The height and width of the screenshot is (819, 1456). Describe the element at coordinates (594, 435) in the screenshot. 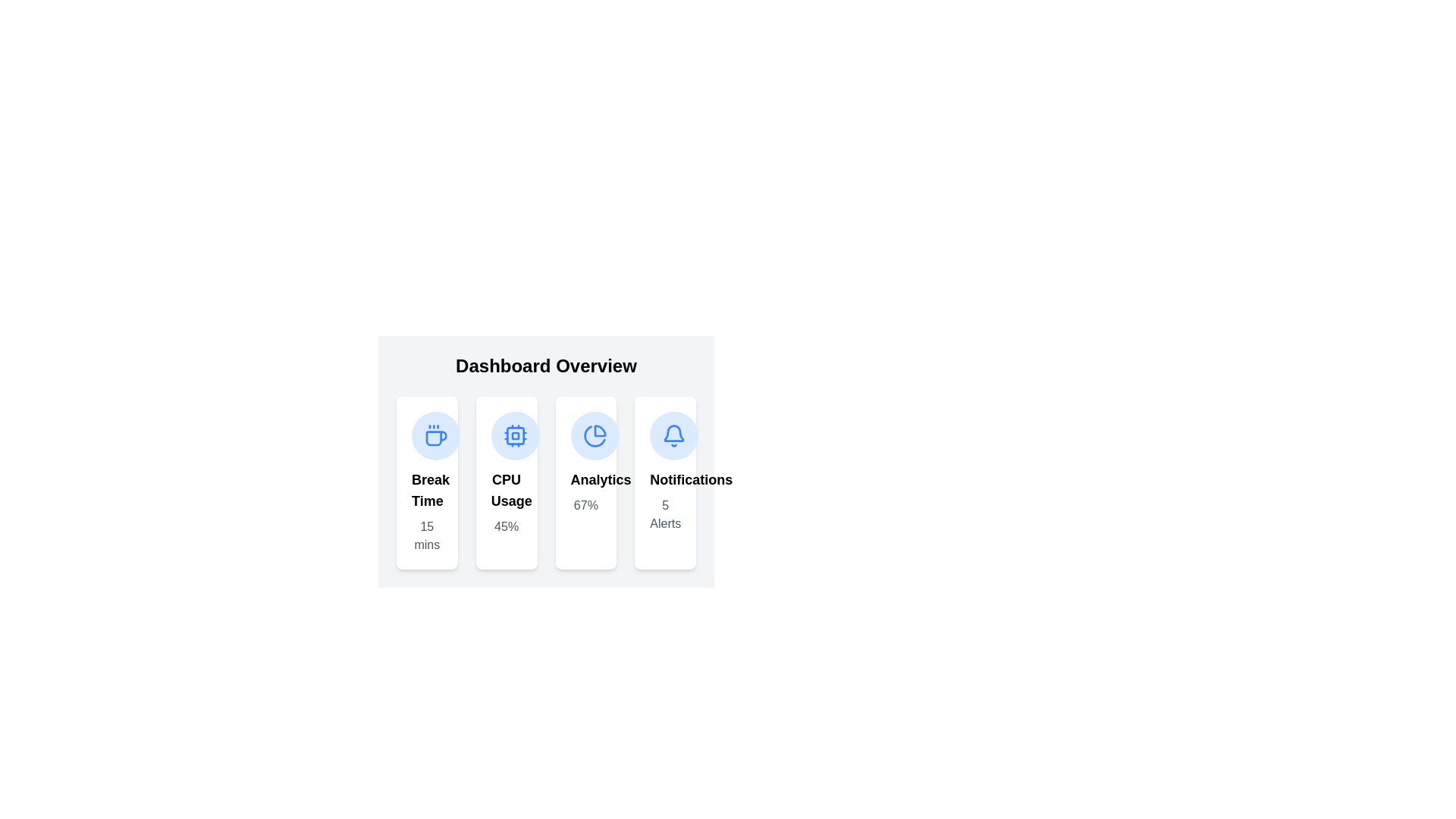

I see `the analytics icon located as the third item in the horizontally aligned set under the 'Dashboard Overview' heading` at that location.